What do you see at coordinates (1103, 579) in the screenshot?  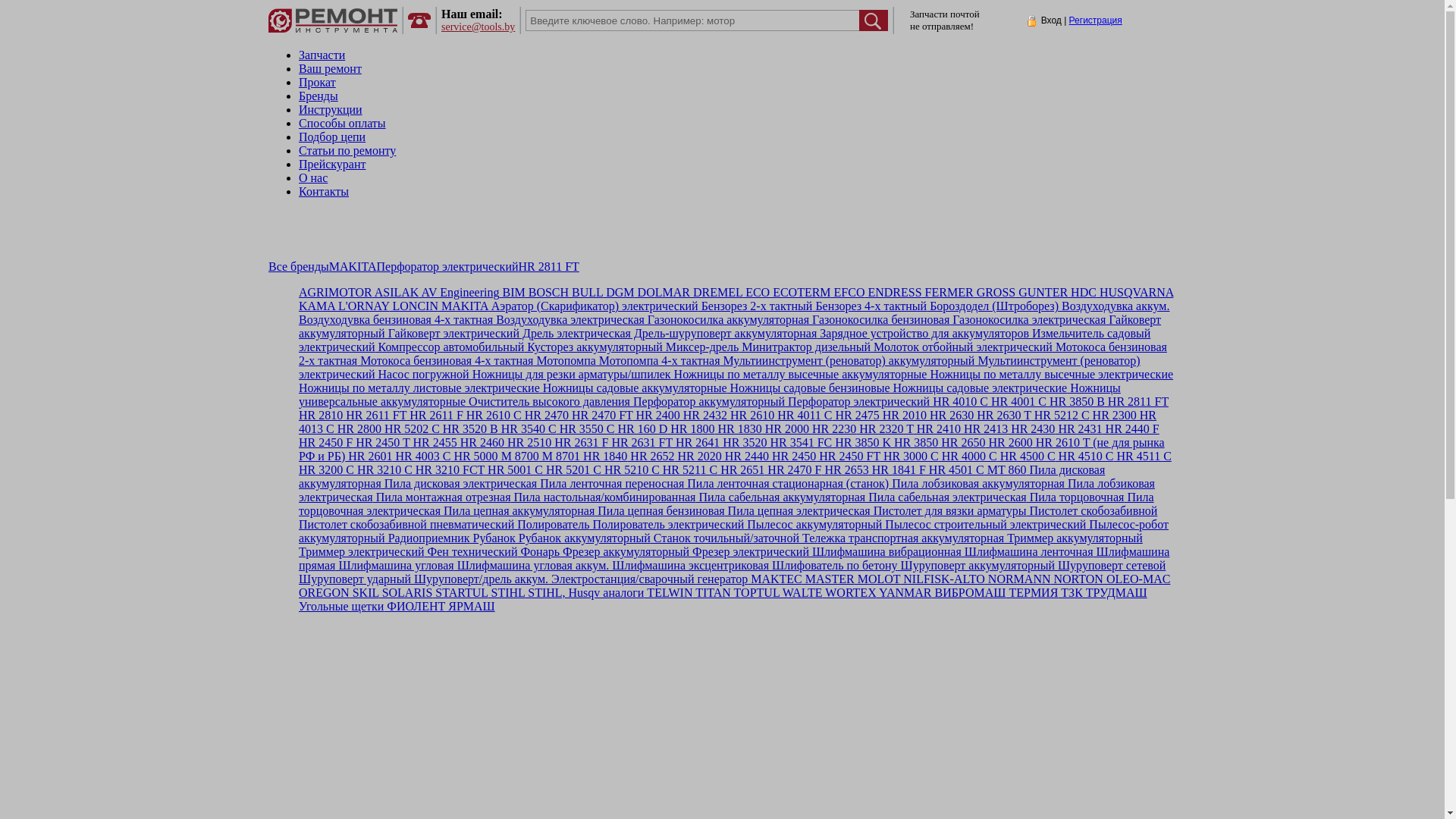 I see `'OLEO-MAC'` at bounding box center [1103, 579].